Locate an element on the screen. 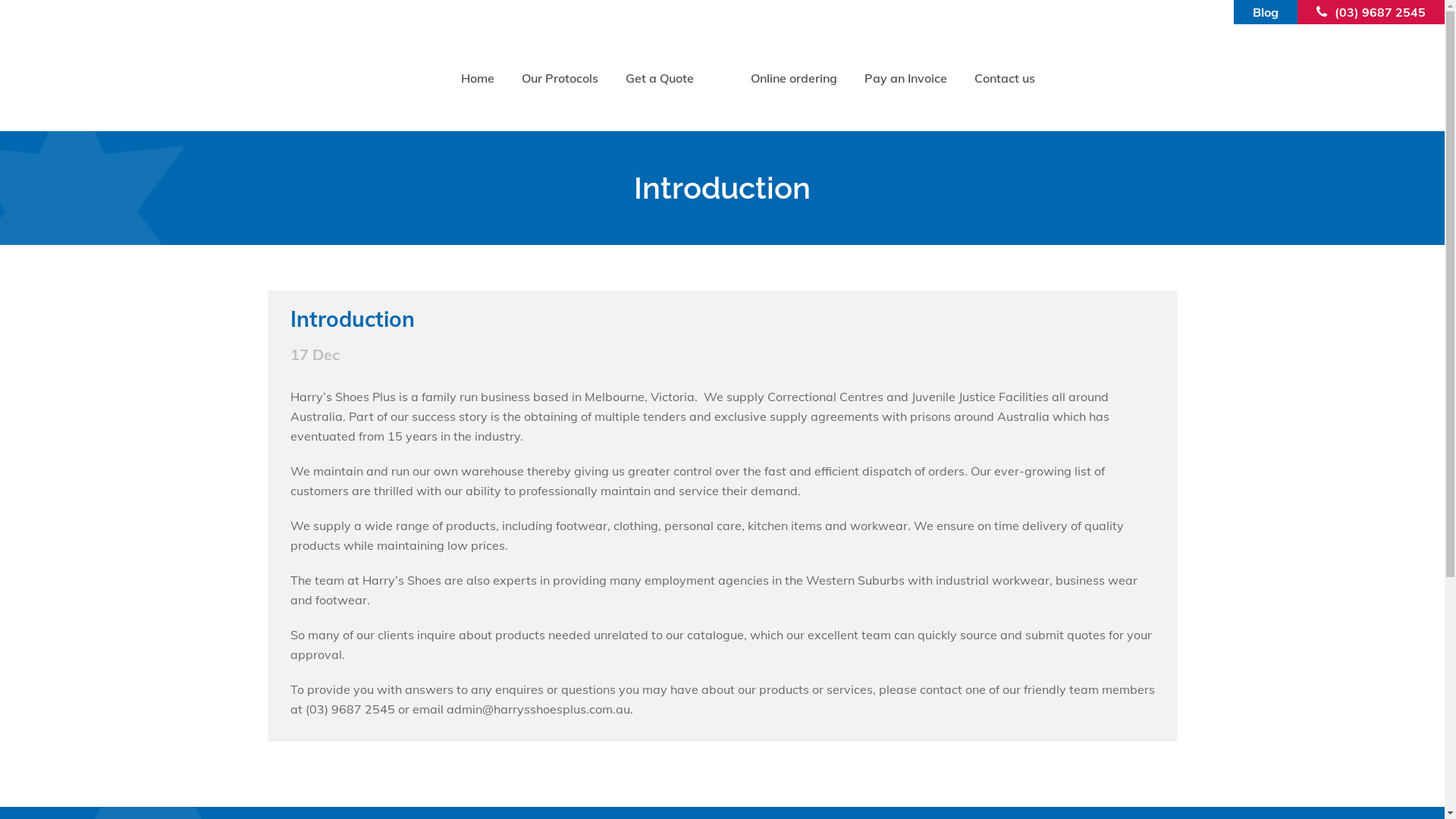  'Contact us' is located at coordinates (1004, 78).